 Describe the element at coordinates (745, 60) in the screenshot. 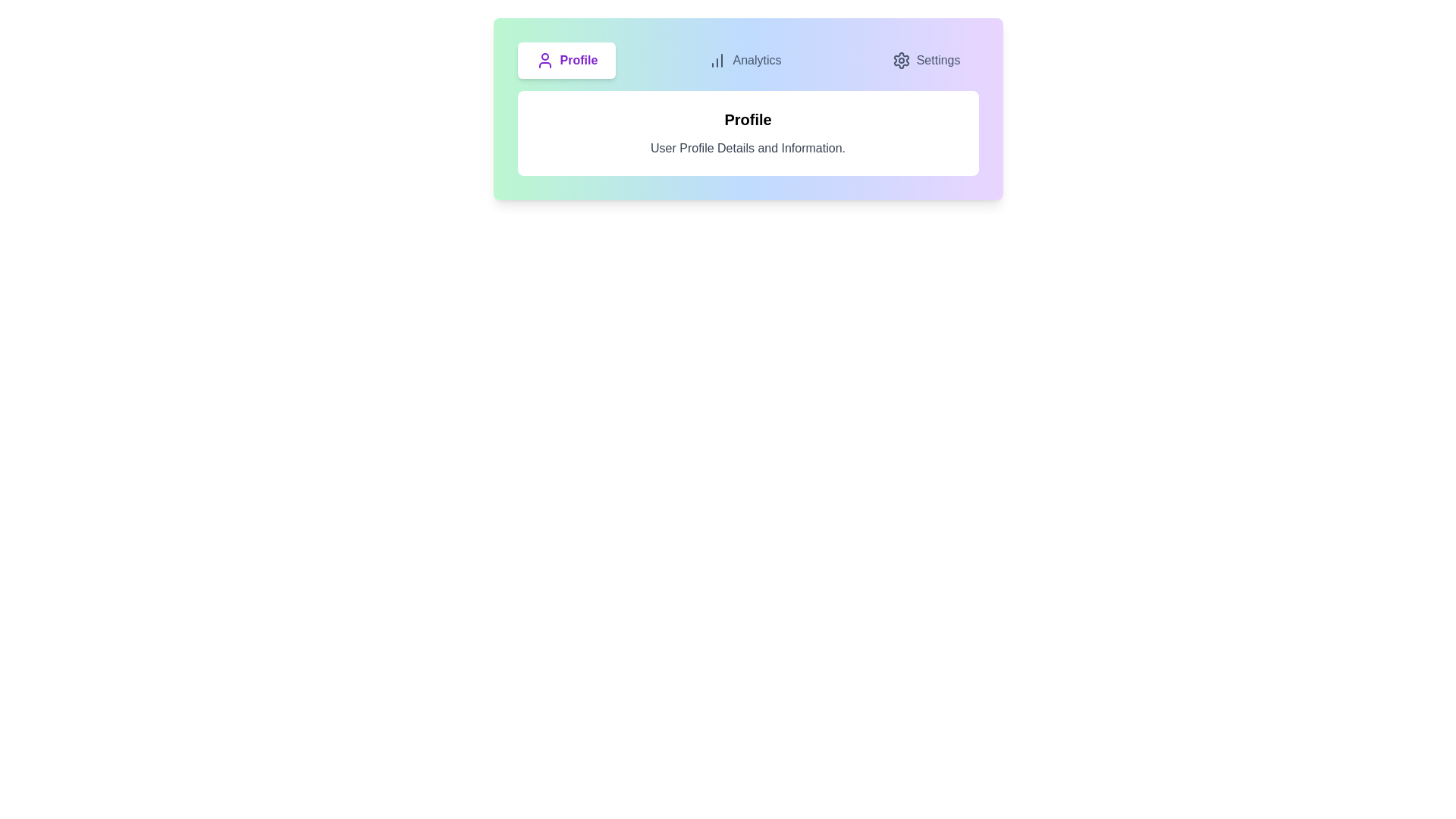

I see `the Analytics tab button to switch to the corresponding tab` at that location.